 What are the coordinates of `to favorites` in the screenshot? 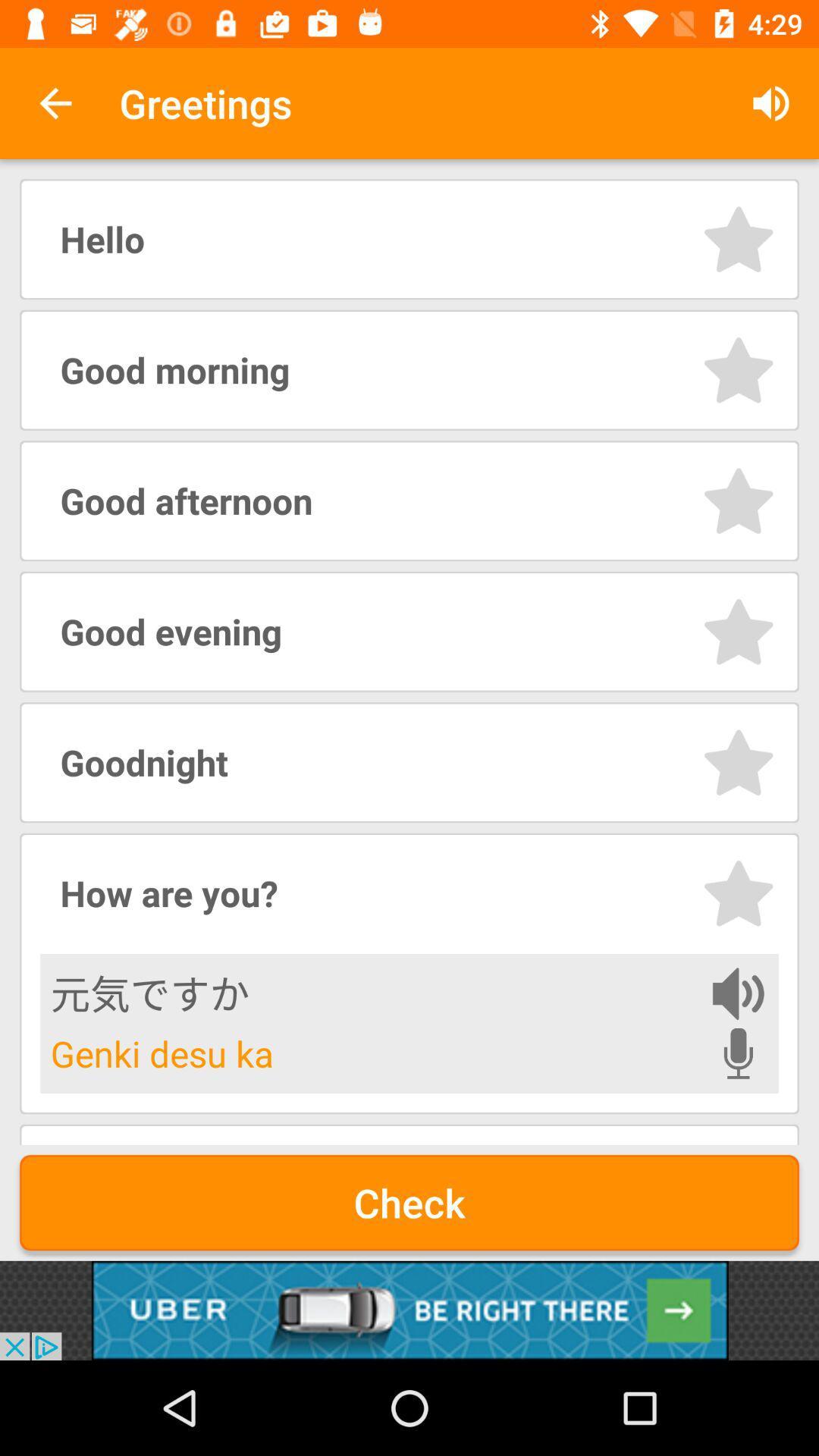 It's located at (738, 370).